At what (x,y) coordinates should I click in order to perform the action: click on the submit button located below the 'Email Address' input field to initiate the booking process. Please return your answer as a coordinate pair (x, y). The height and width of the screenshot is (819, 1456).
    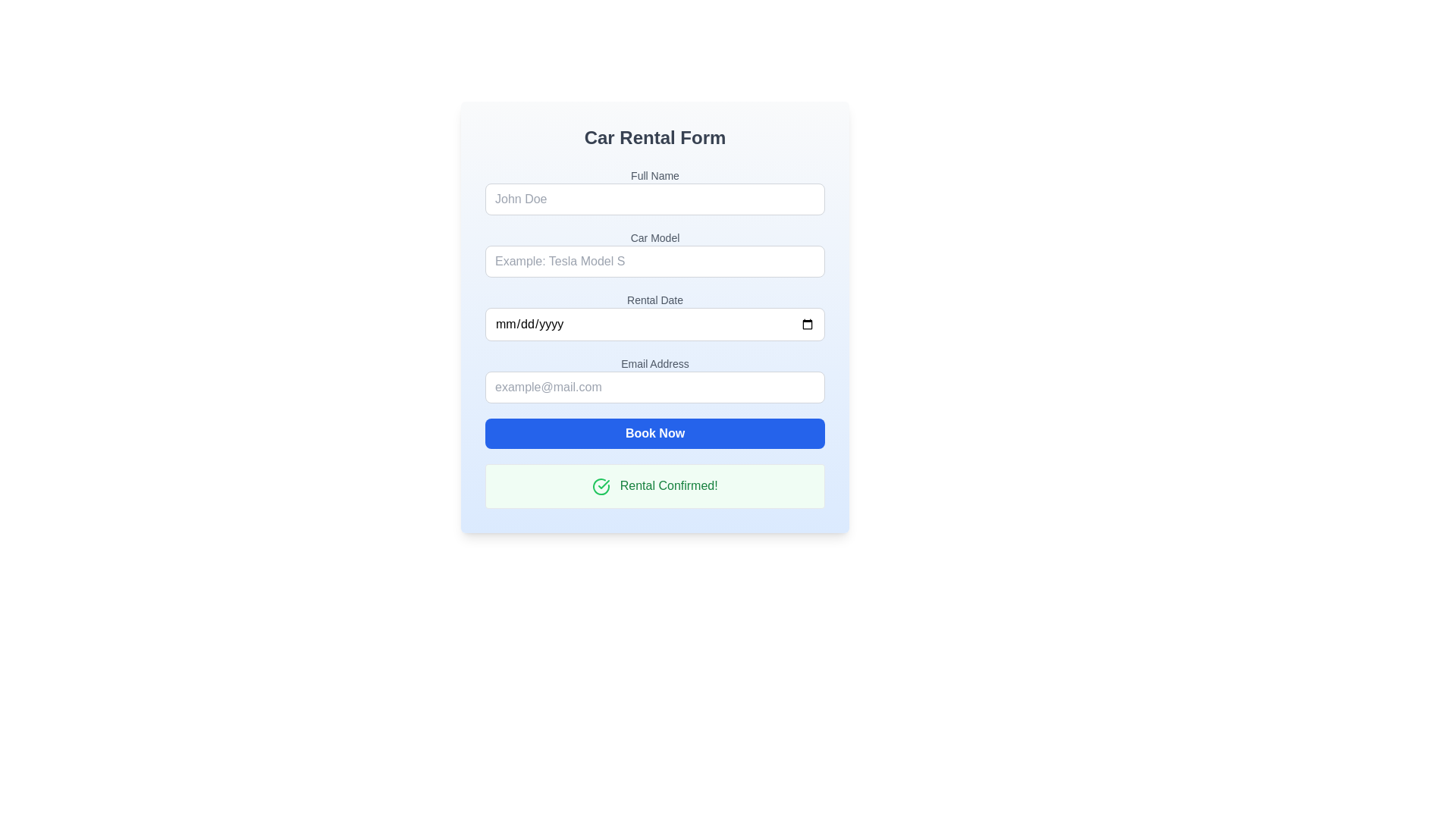
    Looking at the image, I should click on (655, 433).